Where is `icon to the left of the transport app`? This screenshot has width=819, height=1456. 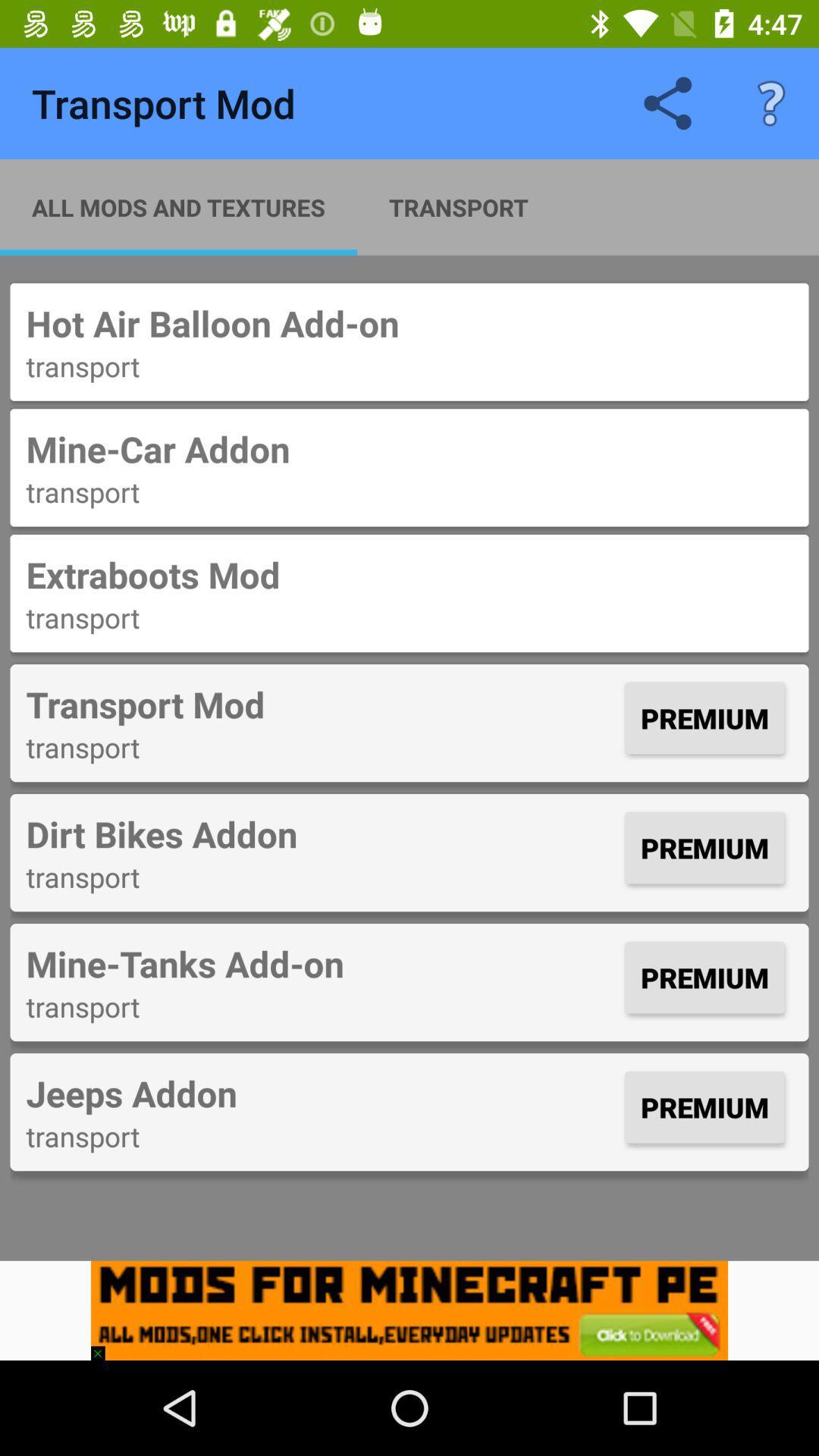
icon to the left of the transport app is located at coordinates (177, 206).